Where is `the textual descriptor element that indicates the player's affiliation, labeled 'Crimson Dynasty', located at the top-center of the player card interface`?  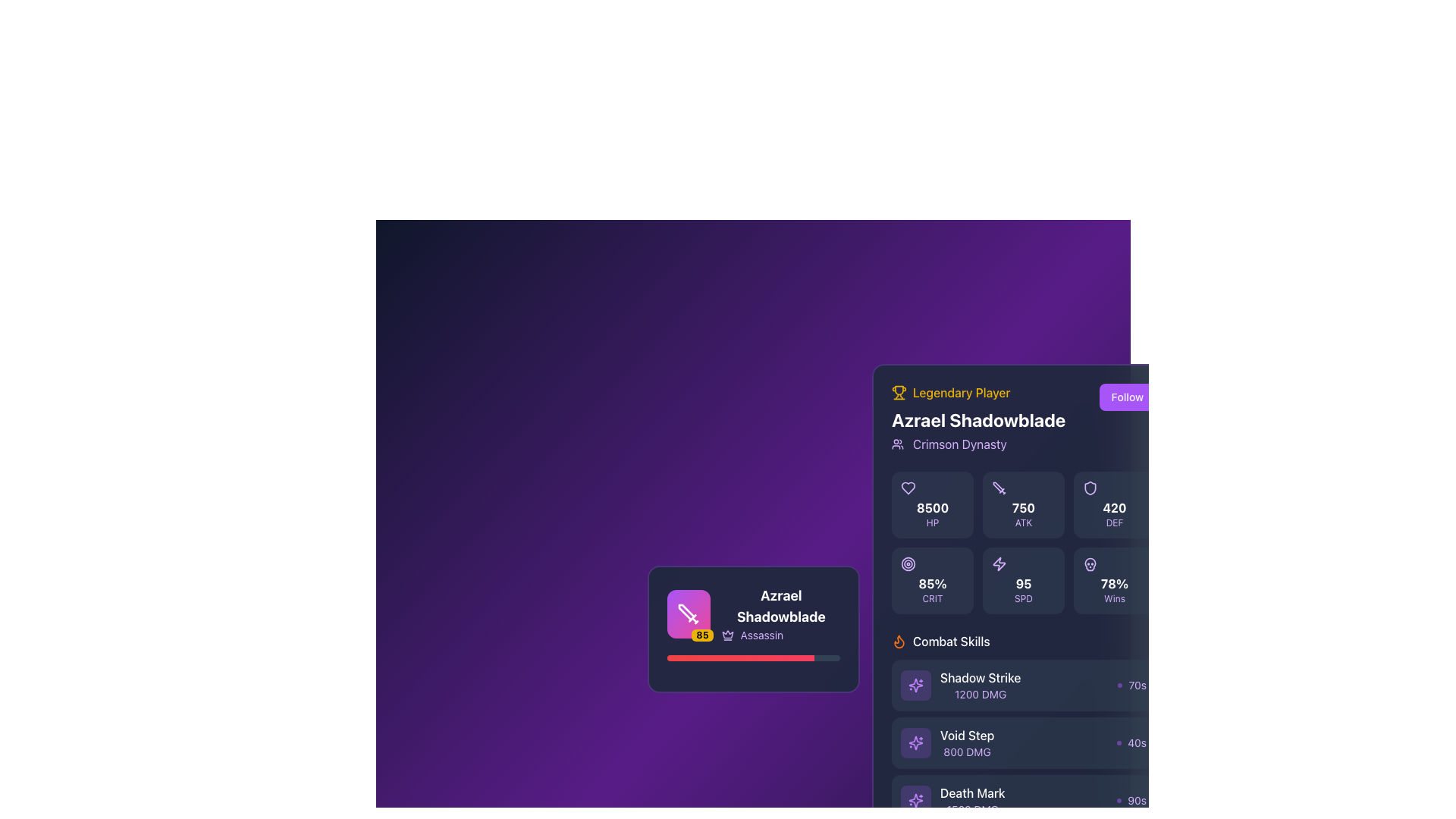
the textual descriptor element that indicates the player's affiliation, labeled 'Crimson Dynasty', located at the top-center of the player card interface is located at coordinates (959, 444).